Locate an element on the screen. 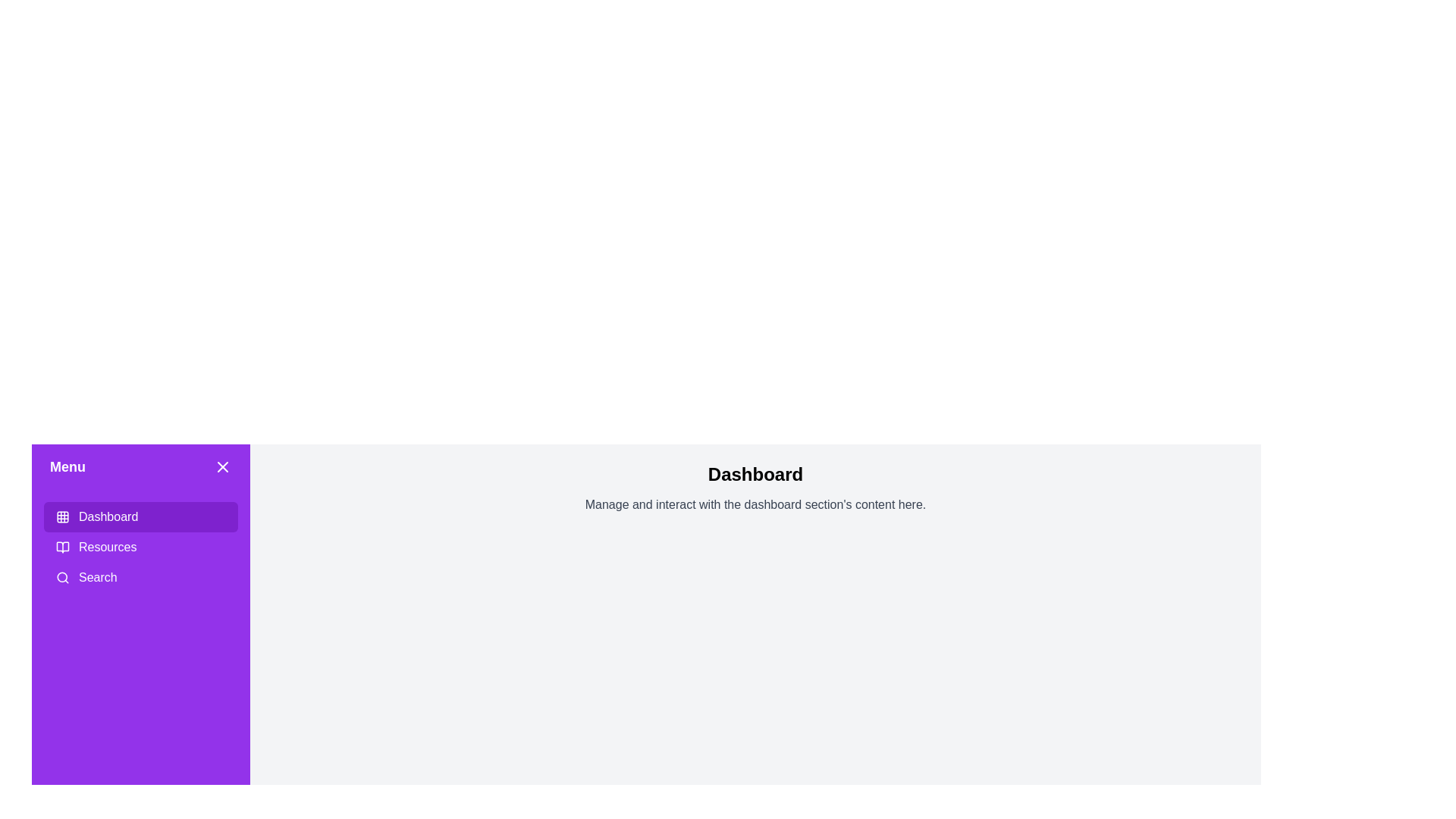 Image resolution: width=1456 pixels, height=819 pixels. the 'Resources' menu icon, which is located directly to the left of the text label 'Resources' is located at coordinates (61, 547).